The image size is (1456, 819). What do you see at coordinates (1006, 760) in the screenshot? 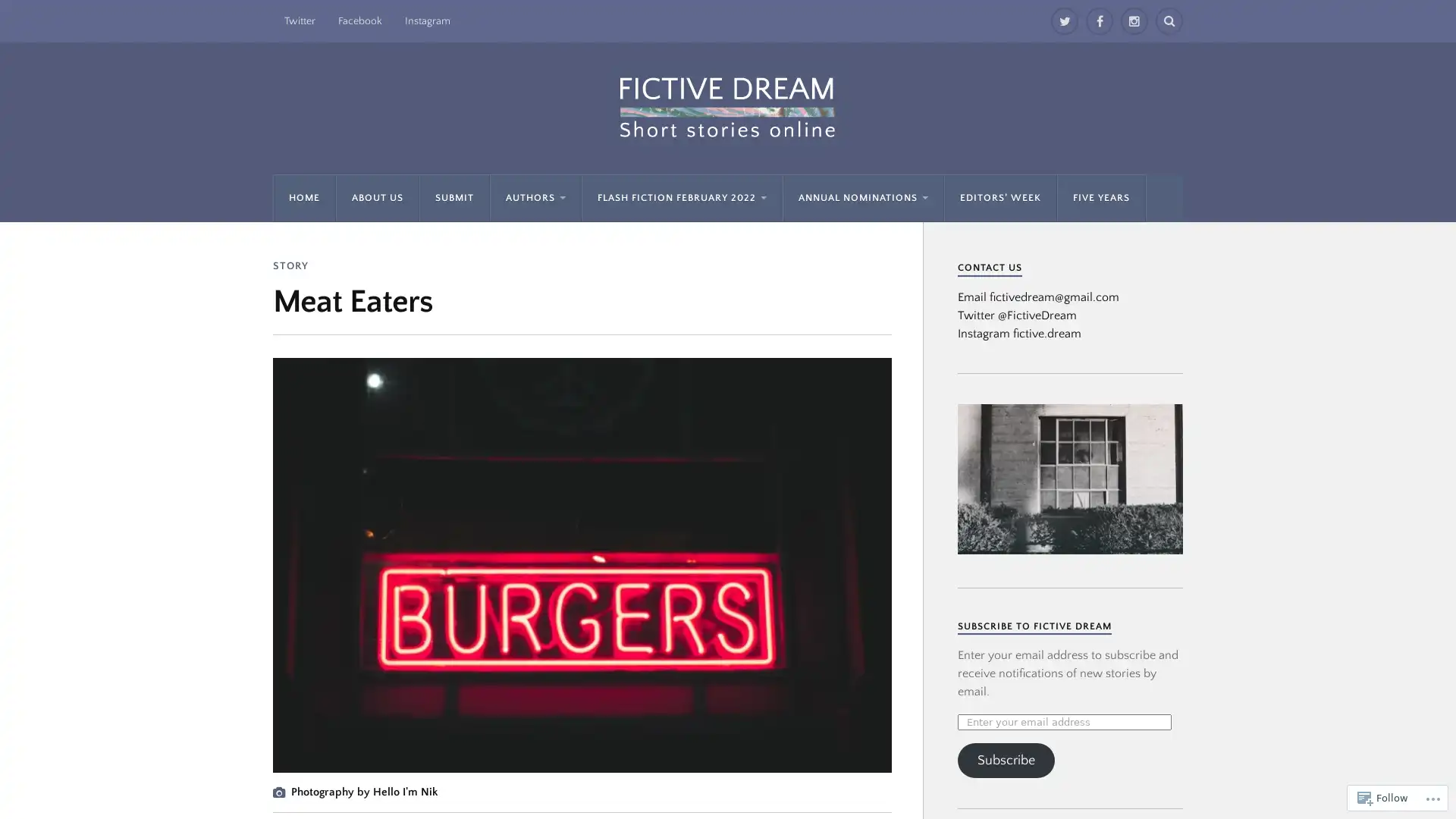
I see `Subscribe` at bounding box center [1006, 760].